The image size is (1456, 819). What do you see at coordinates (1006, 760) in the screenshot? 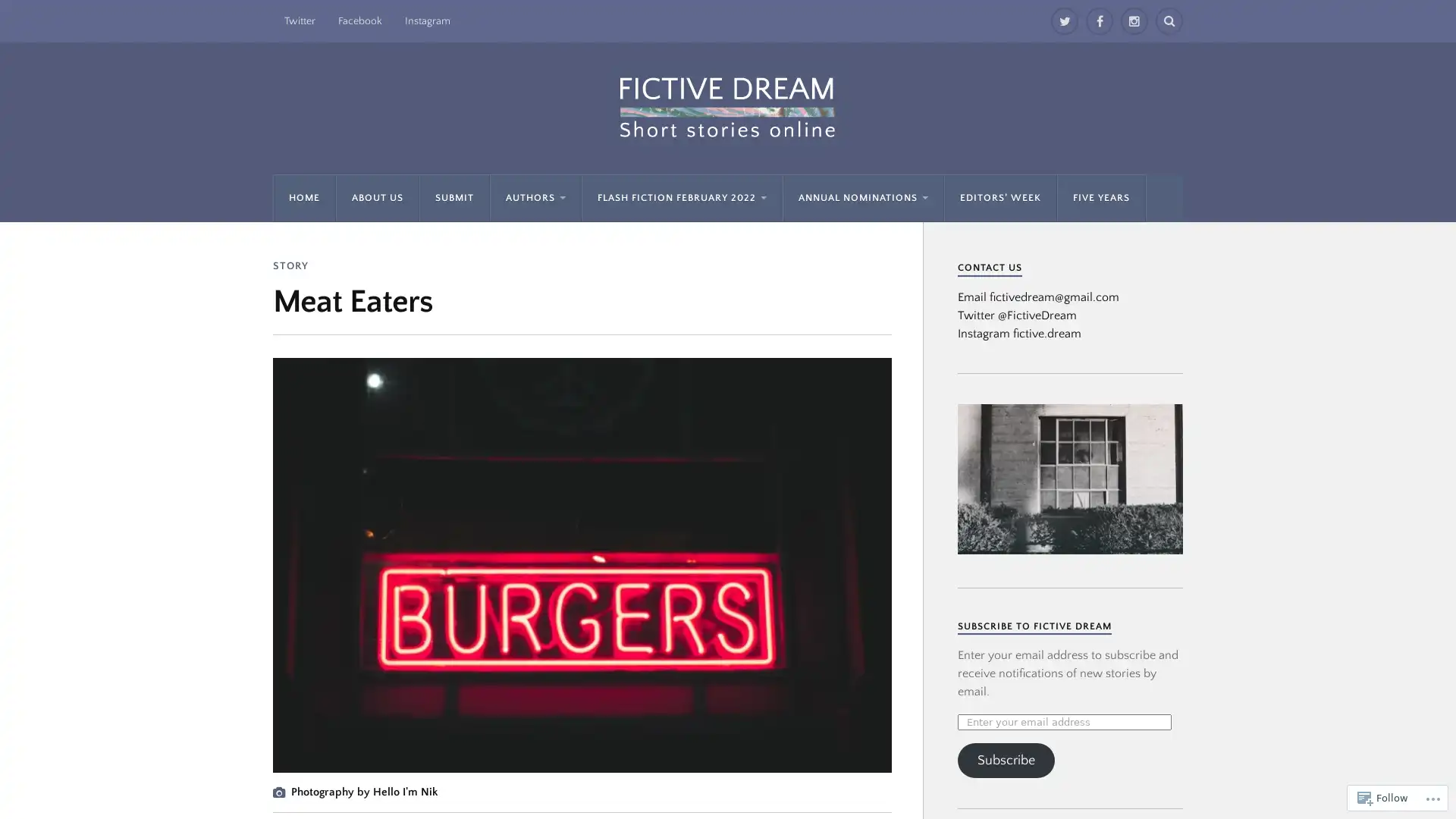
I see `Subscribe` at bounding box center [1006, 760].